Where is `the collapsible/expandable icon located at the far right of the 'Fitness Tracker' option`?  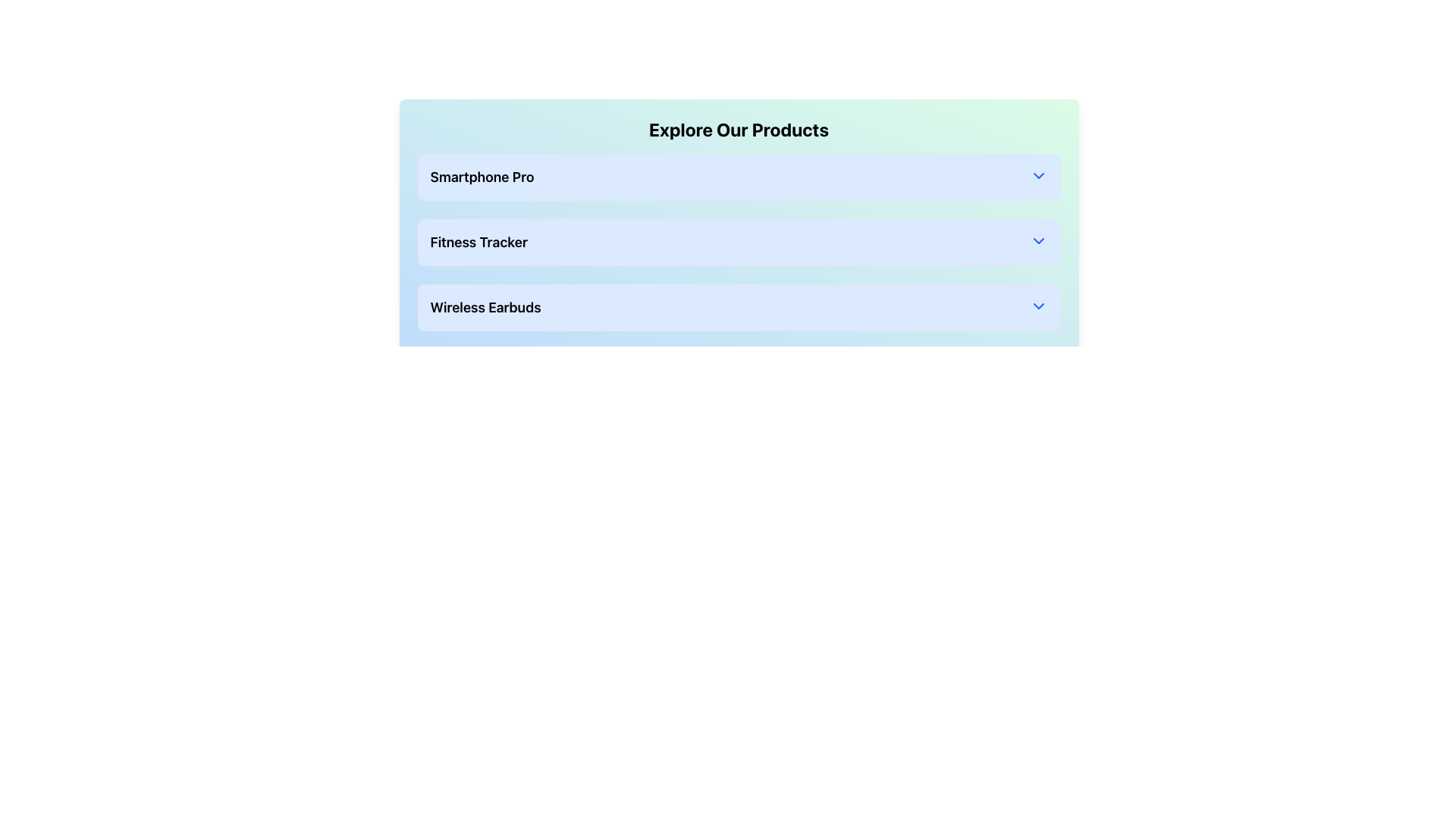
the collapsible/expandable icon located at the far right of the 'Fitness Tracker' option is located at coordinates (1037, 240).